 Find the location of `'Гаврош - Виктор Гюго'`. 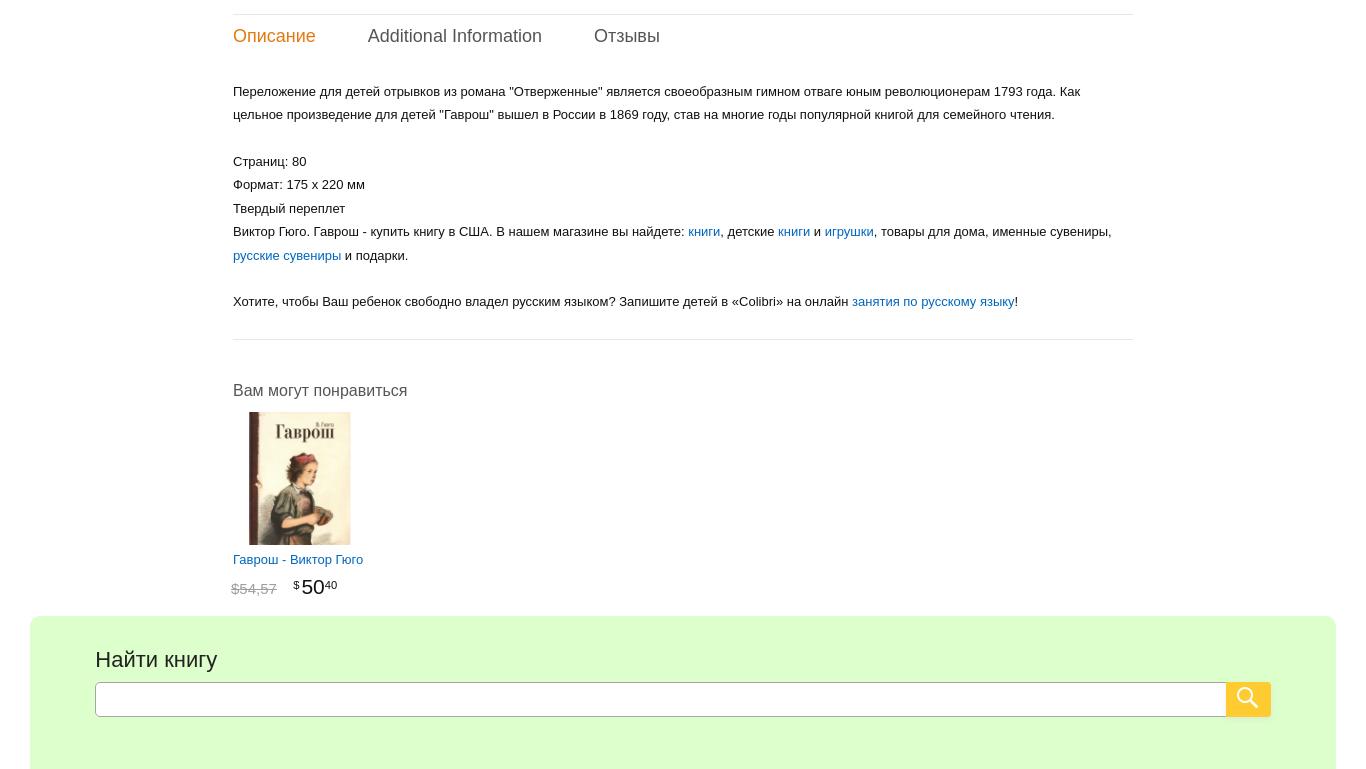

'Гаврош - Виктор Гюго' is located at coordinates (298, 558).